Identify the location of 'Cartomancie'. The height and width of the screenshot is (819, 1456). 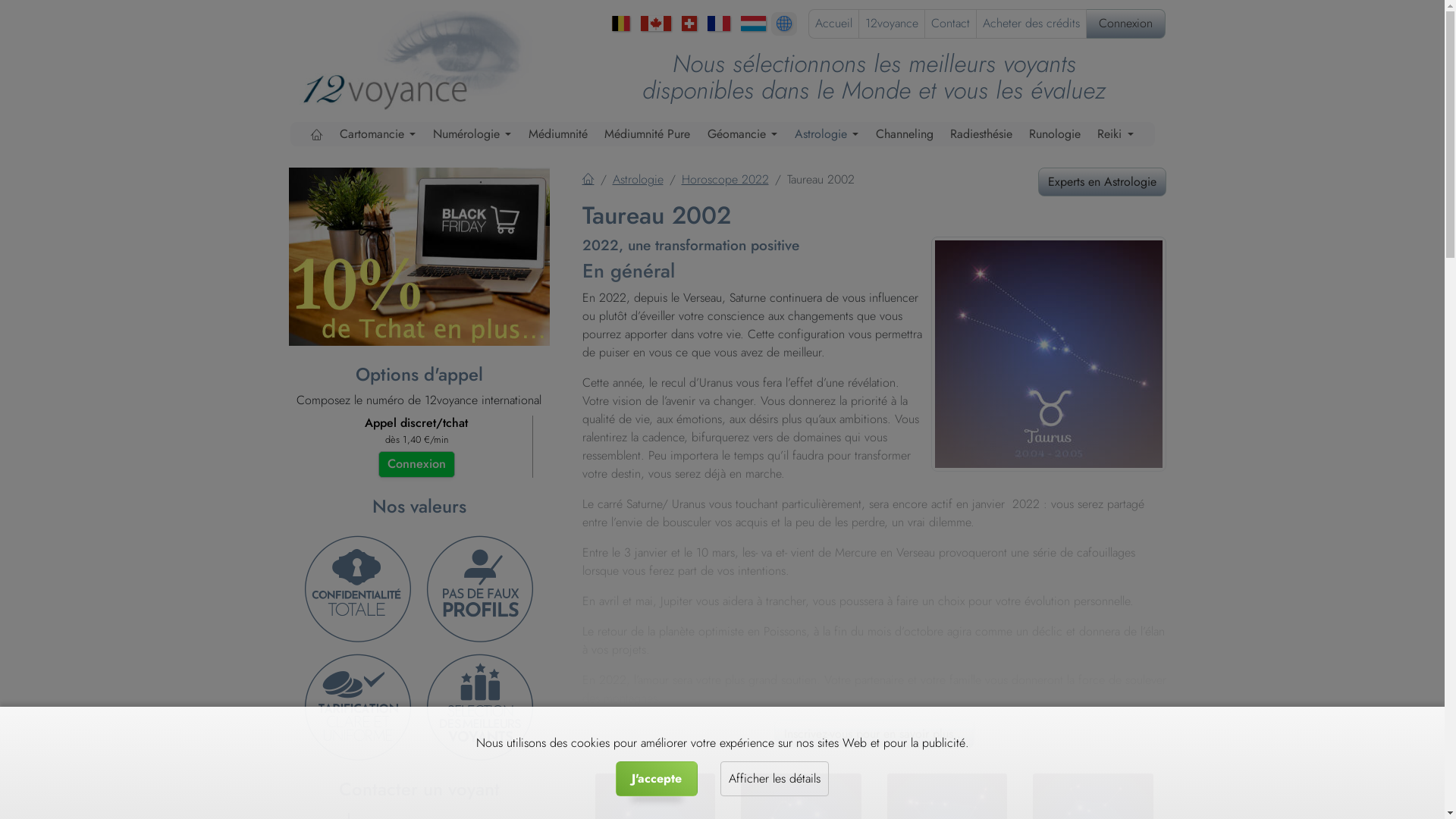
(378, 133).